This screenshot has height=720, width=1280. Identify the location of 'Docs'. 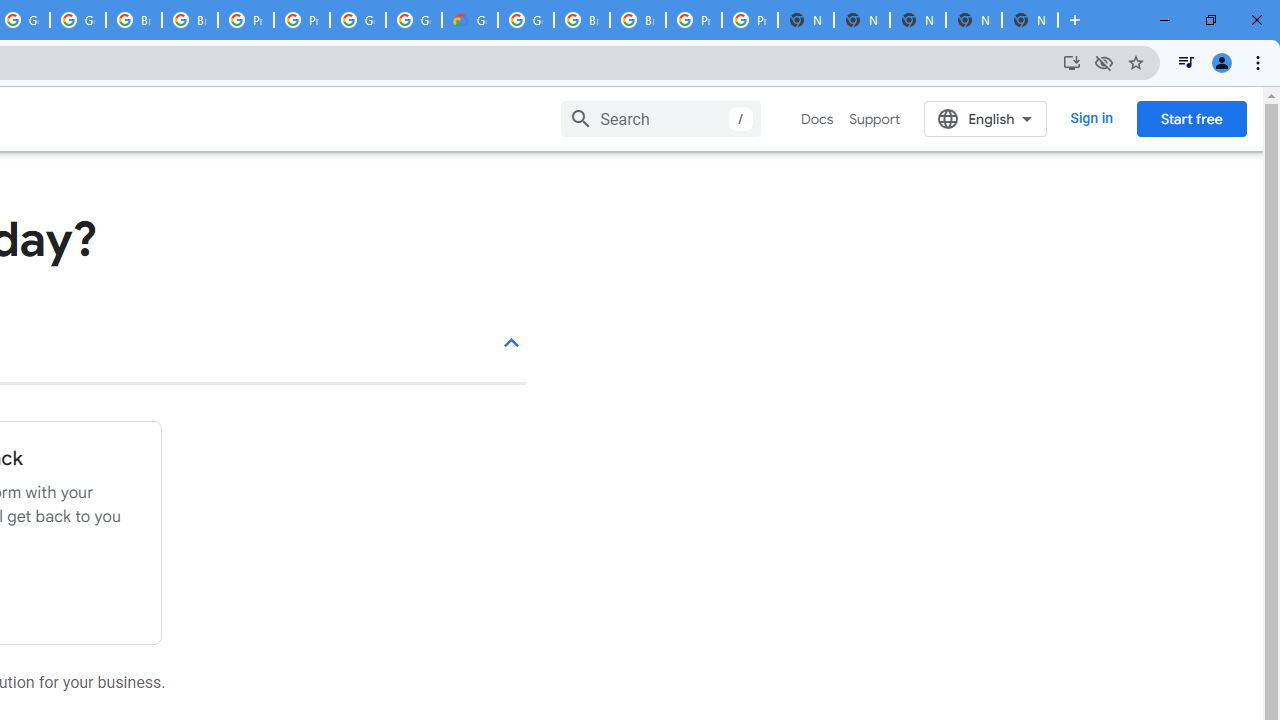
(817, 119).